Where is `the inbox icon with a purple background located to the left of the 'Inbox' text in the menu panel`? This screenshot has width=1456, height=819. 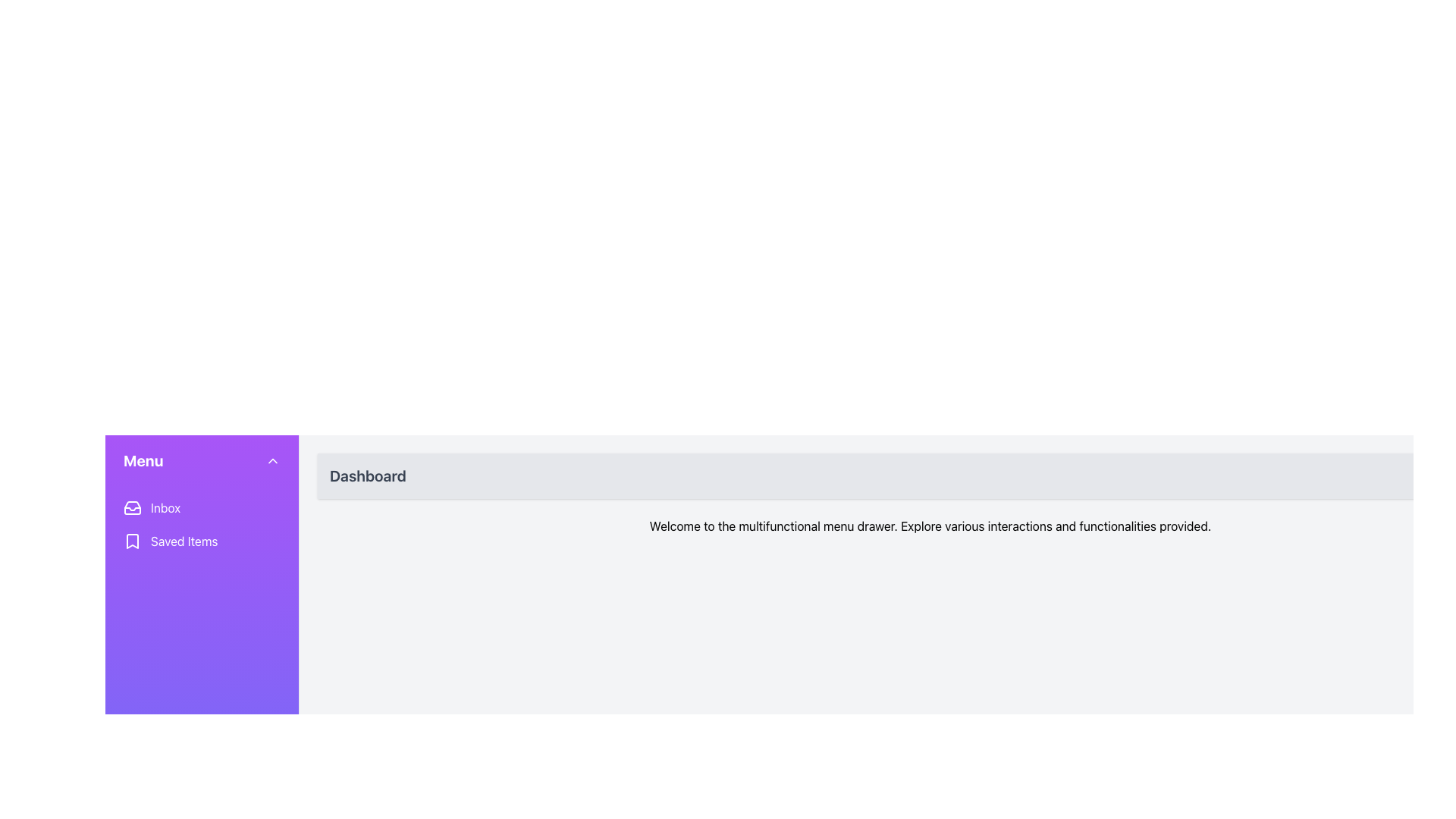 the inbox icon with a purple background located to the left of the 'Inbox' text in the menu panel is located at coordinates (132, 508).